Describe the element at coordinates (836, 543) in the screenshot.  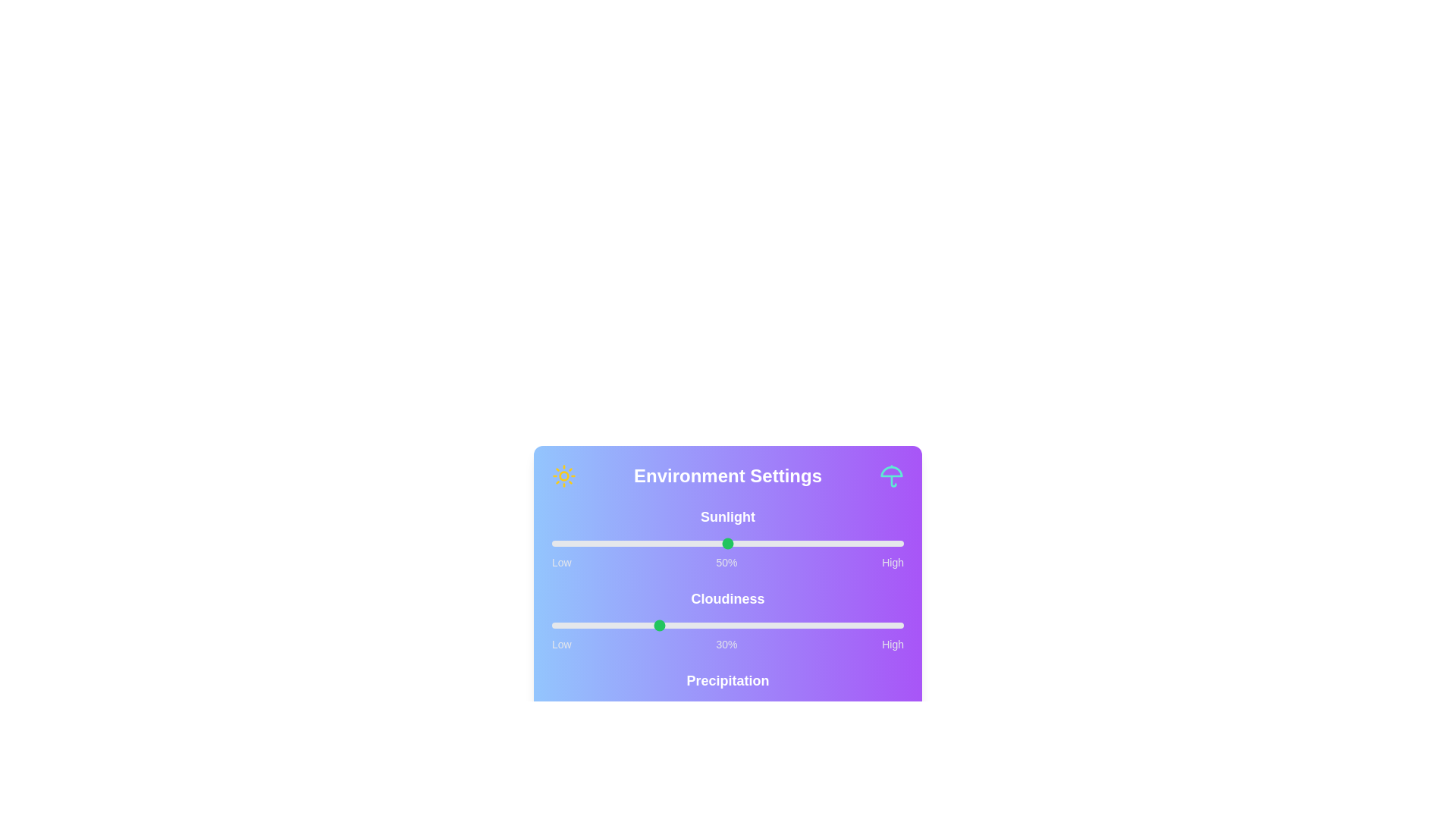
I see `the sunlight slider to 81%` at that location.